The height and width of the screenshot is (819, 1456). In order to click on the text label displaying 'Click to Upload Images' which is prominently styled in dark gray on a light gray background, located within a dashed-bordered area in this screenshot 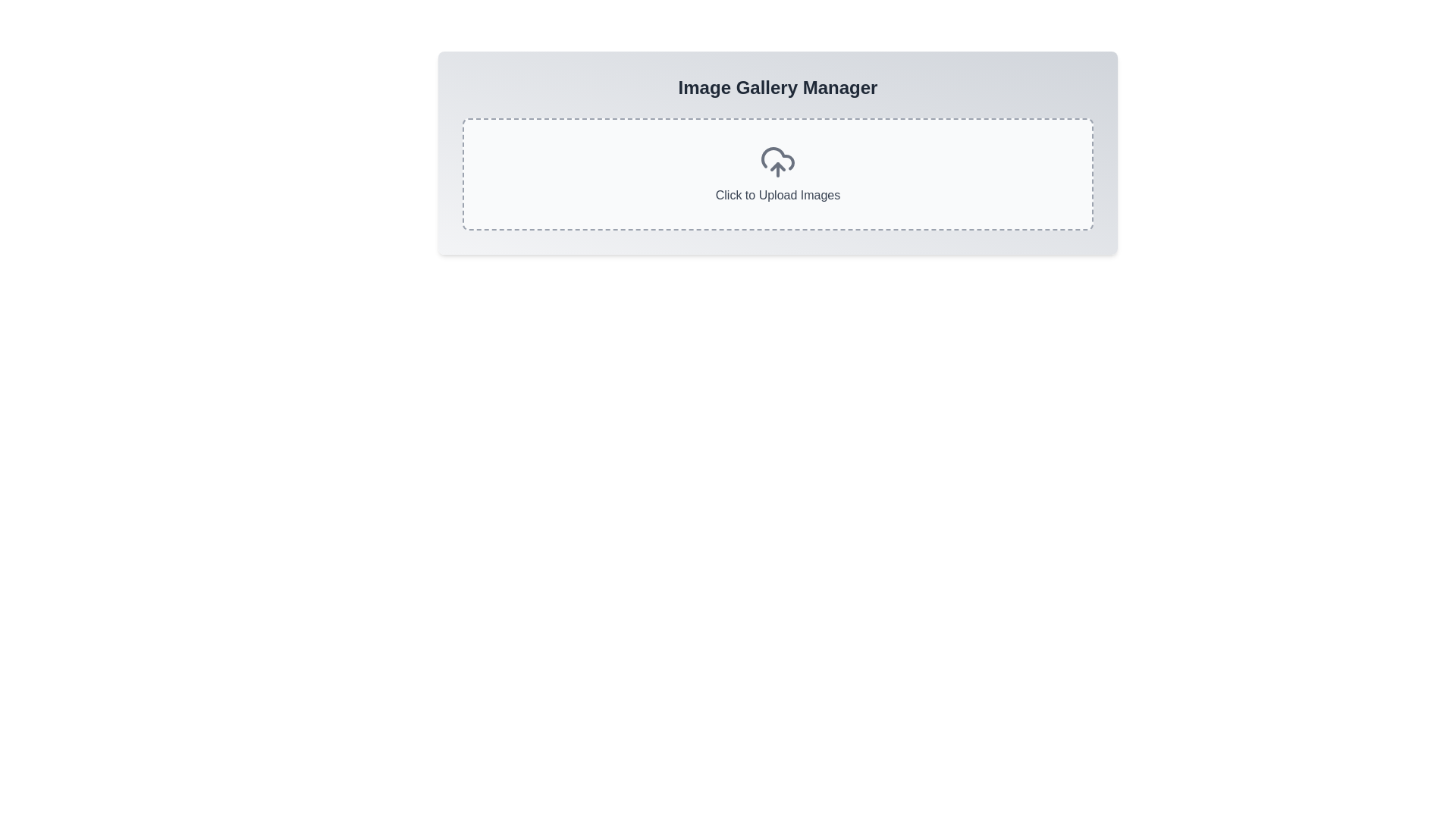, I will do `click(778, 194)`.